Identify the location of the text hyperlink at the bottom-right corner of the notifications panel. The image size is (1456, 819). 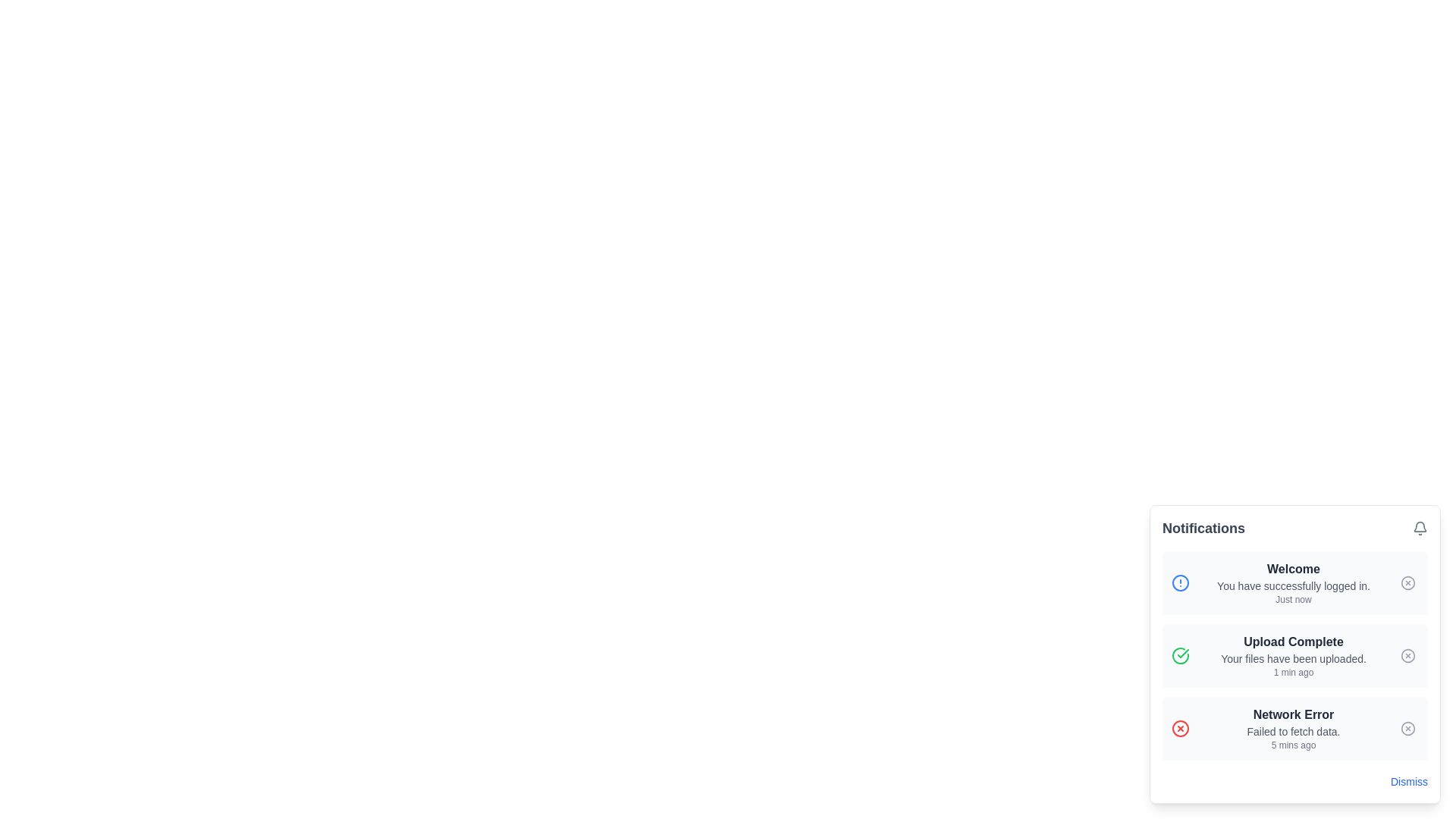
(1408, 781).